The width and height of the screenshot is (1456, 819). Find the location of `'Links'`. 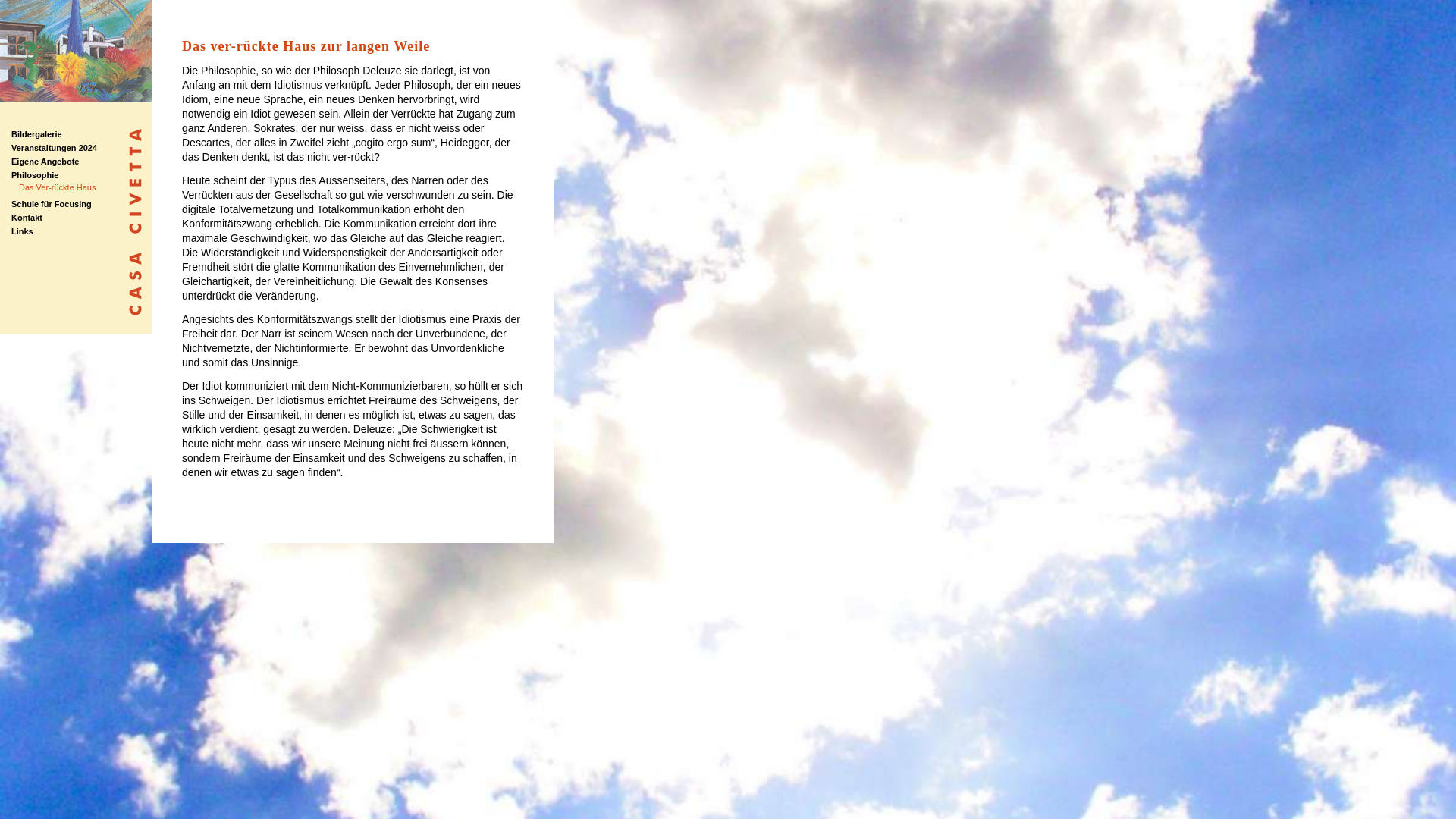

'Links' is located at coordinates (11, 231).